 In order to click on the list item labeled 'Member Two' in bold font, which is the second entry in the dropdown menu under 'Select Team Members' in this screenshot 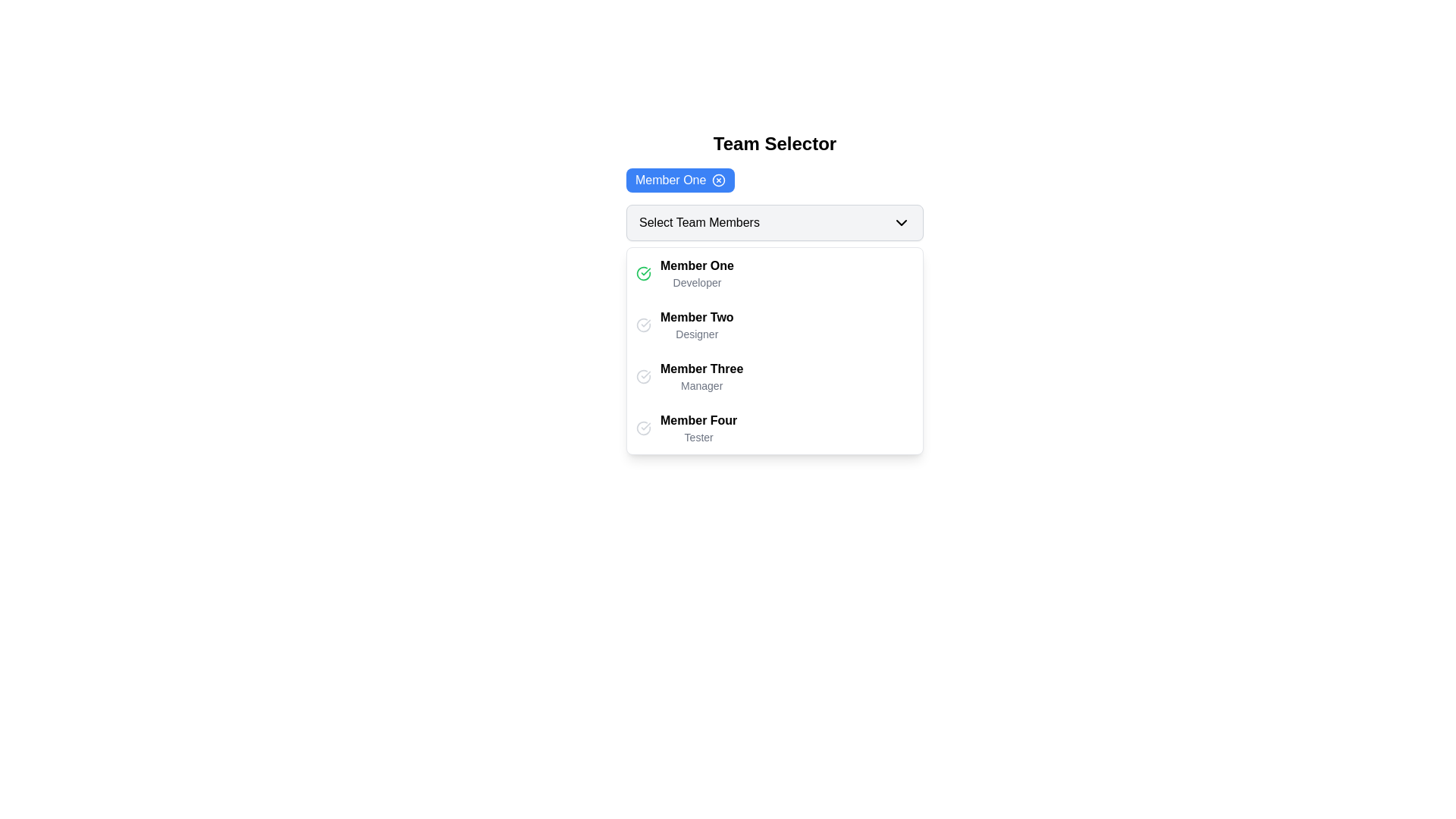, I will do `click(775, 324)`.